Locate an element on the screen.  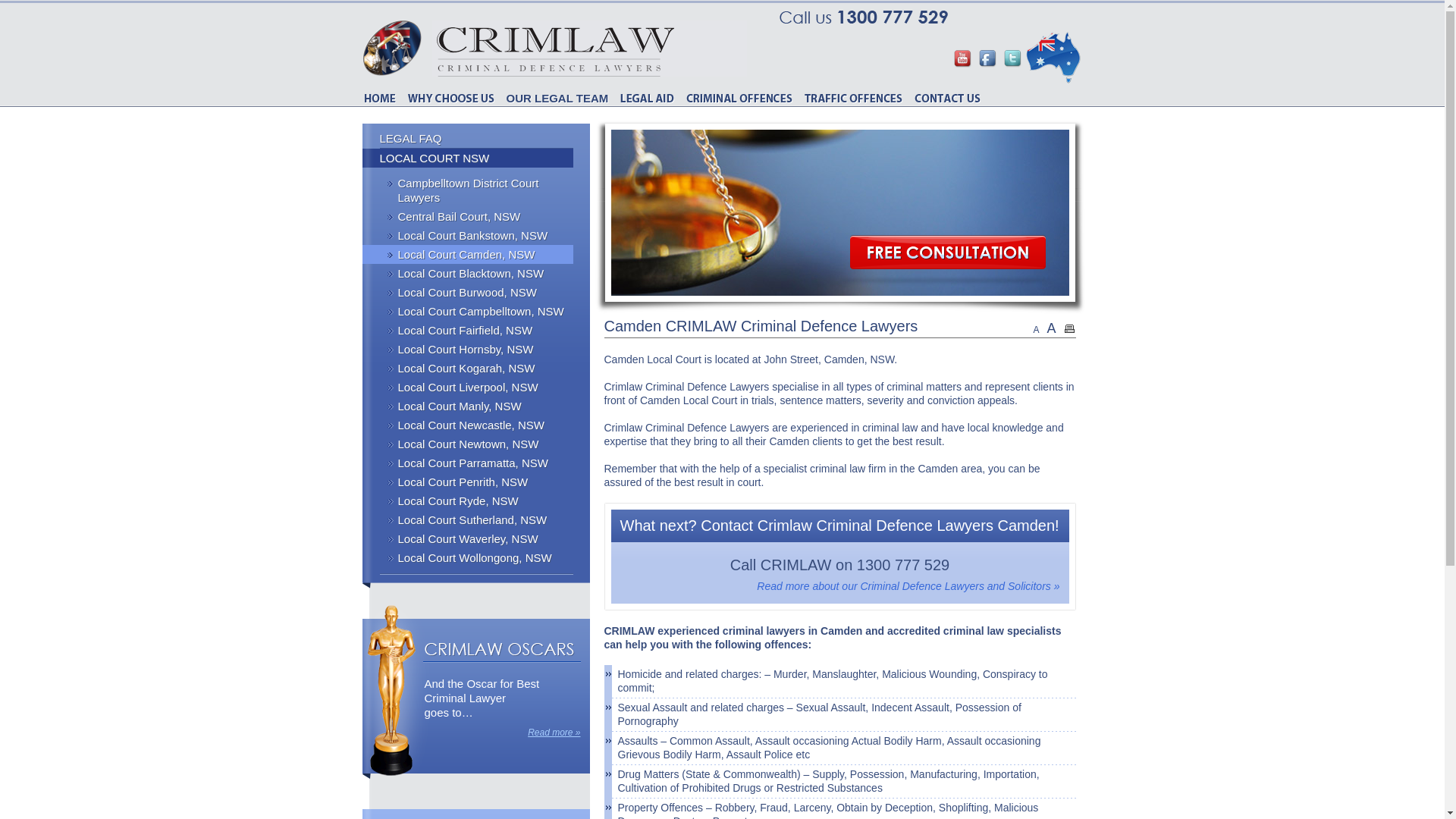
'Local Court Blacktown, NSW' is located at coordinates (467, 273).